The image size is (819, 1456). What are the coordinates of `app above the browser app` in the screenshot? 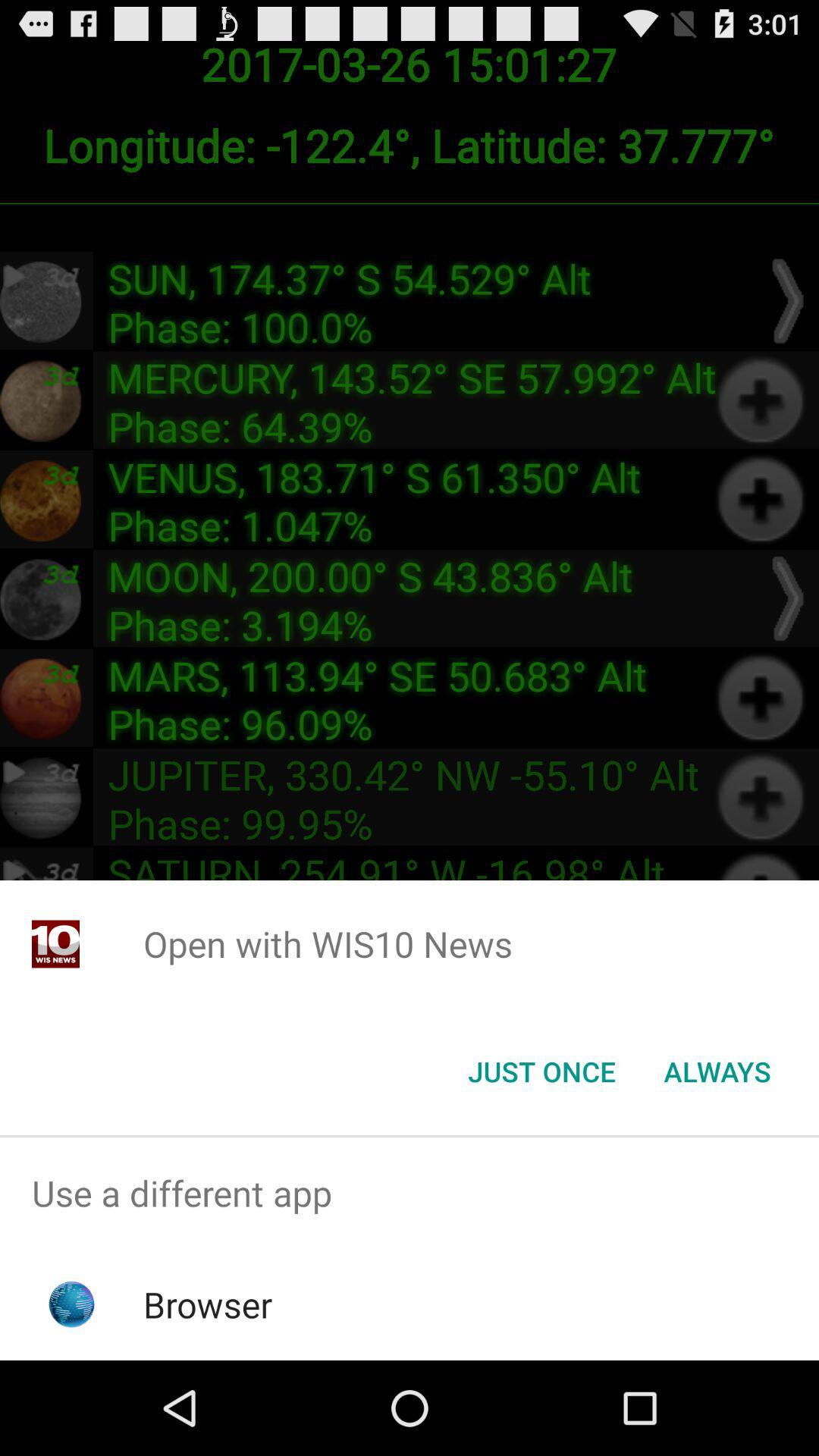 It's located at (409, 1192).